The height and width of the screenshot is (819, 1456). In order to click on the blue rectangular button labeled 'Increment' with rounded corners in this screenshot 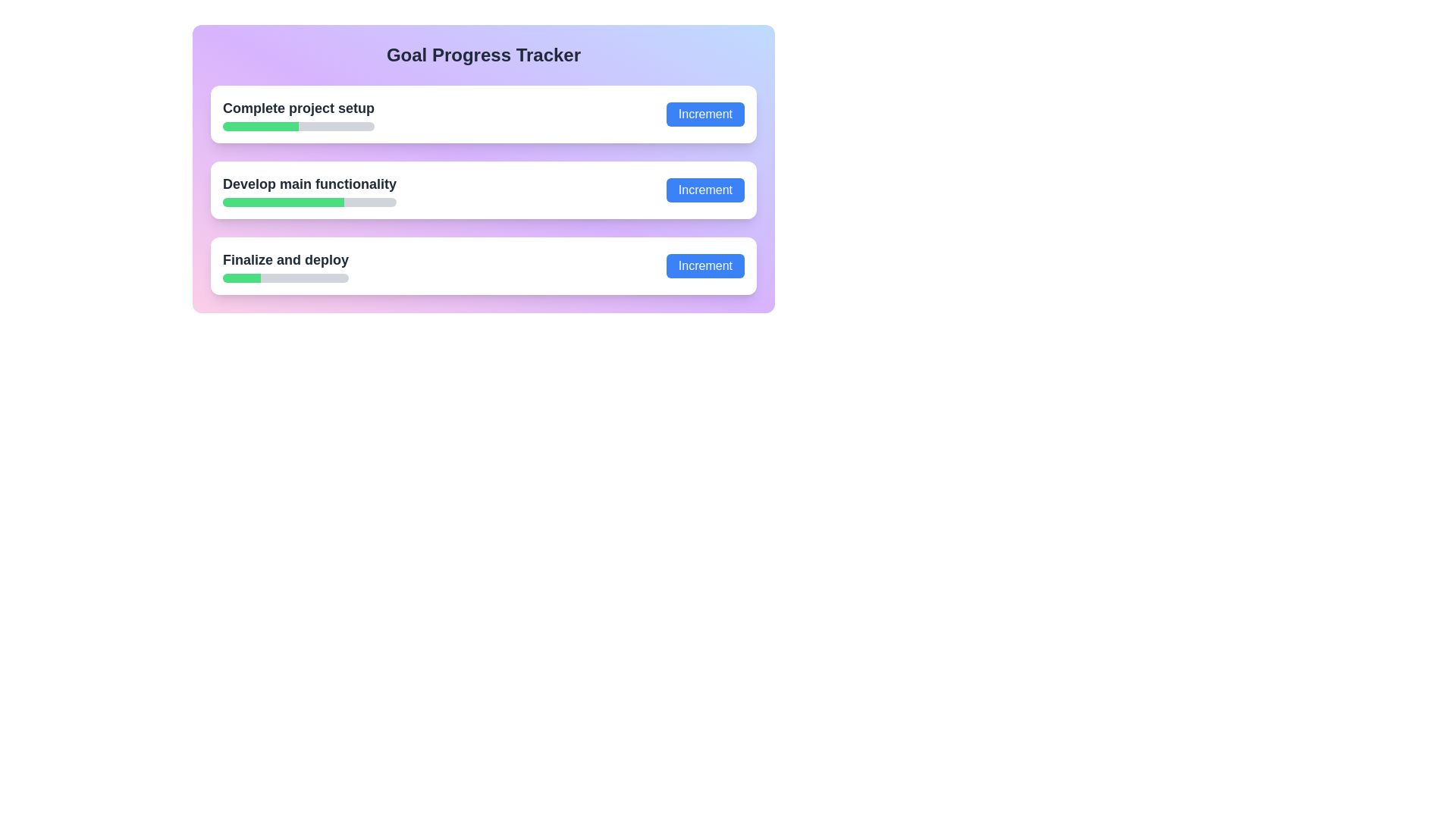, I will do `click(704, 189)`.